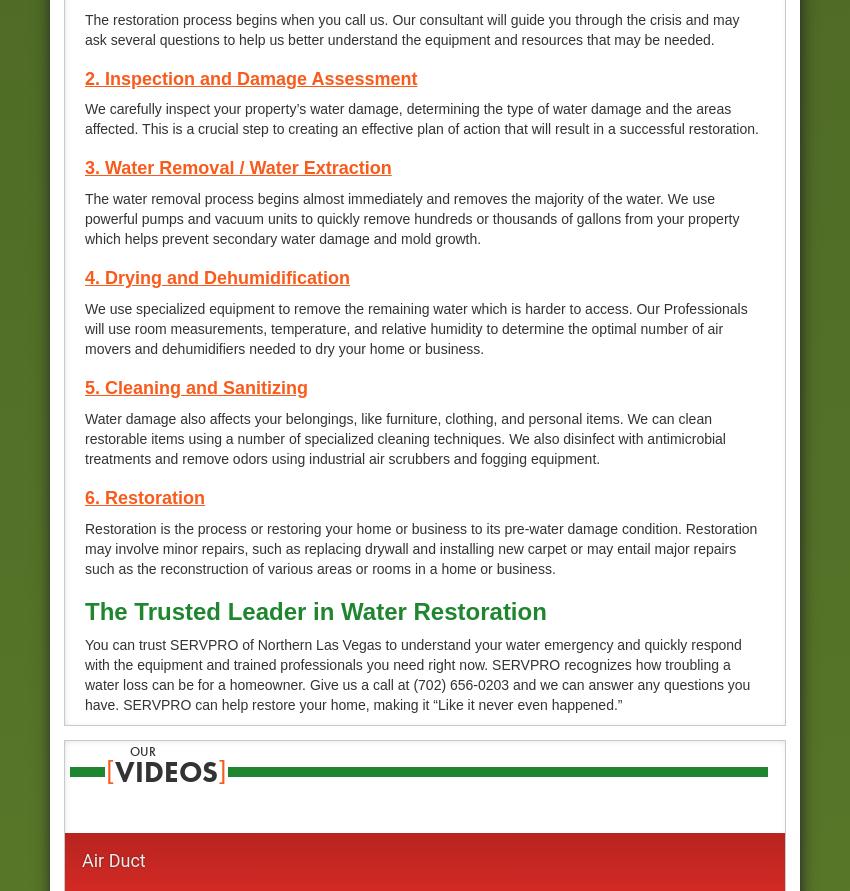 Image resolution: width=850 pixels, height=891 pixels. Describe the element at coordinates (421, 118) in the screenshot. I see `'We carefully inspect your property’s water damage, determining the type of water damage and the areas affected. This is a crucial step to creating an effective plan of action that will result in a successful restoration.'` at that location.